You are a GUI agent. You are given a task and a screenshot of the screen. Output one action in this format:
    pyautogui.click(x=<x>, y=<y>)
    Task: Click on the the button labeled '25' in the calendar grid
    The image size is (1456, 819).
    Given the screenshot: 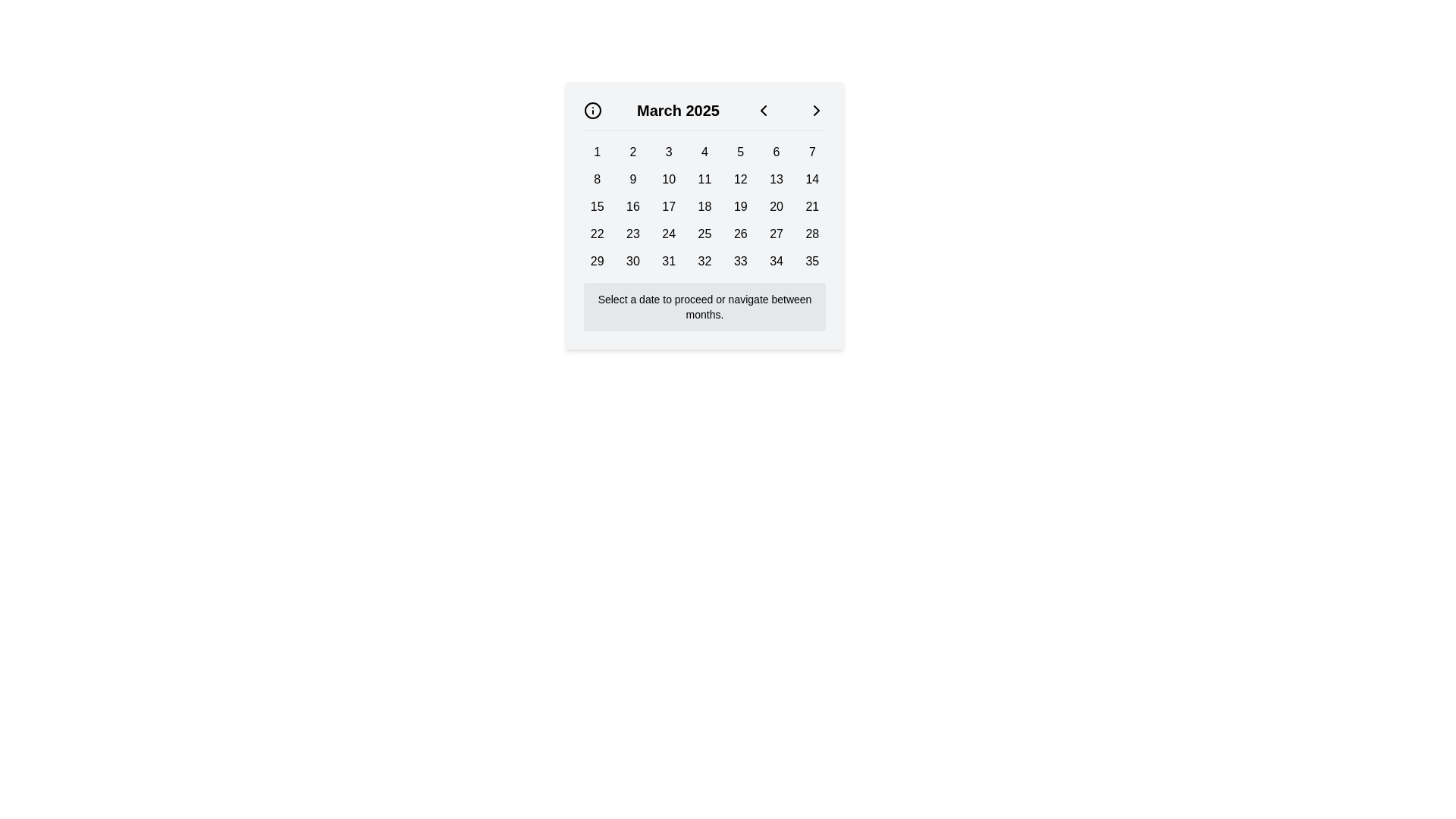 What is the action you would take?
    pyautogui.click(x=704, y=234)
    